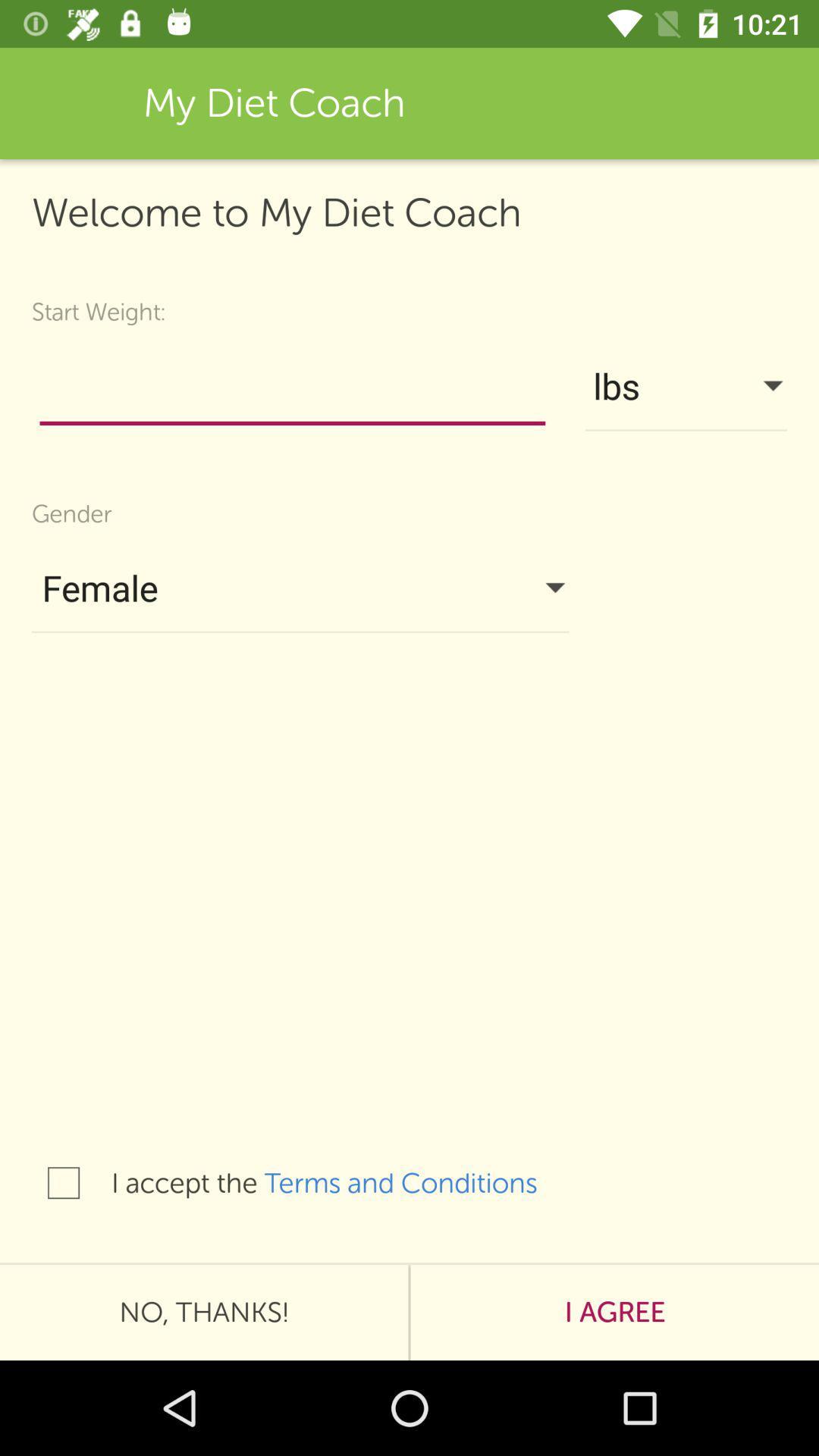  What do you see at coordinates (292, 390) in the screenshot?
I see `the icon to the left of the lbs item` at bounding box center [292, 390].